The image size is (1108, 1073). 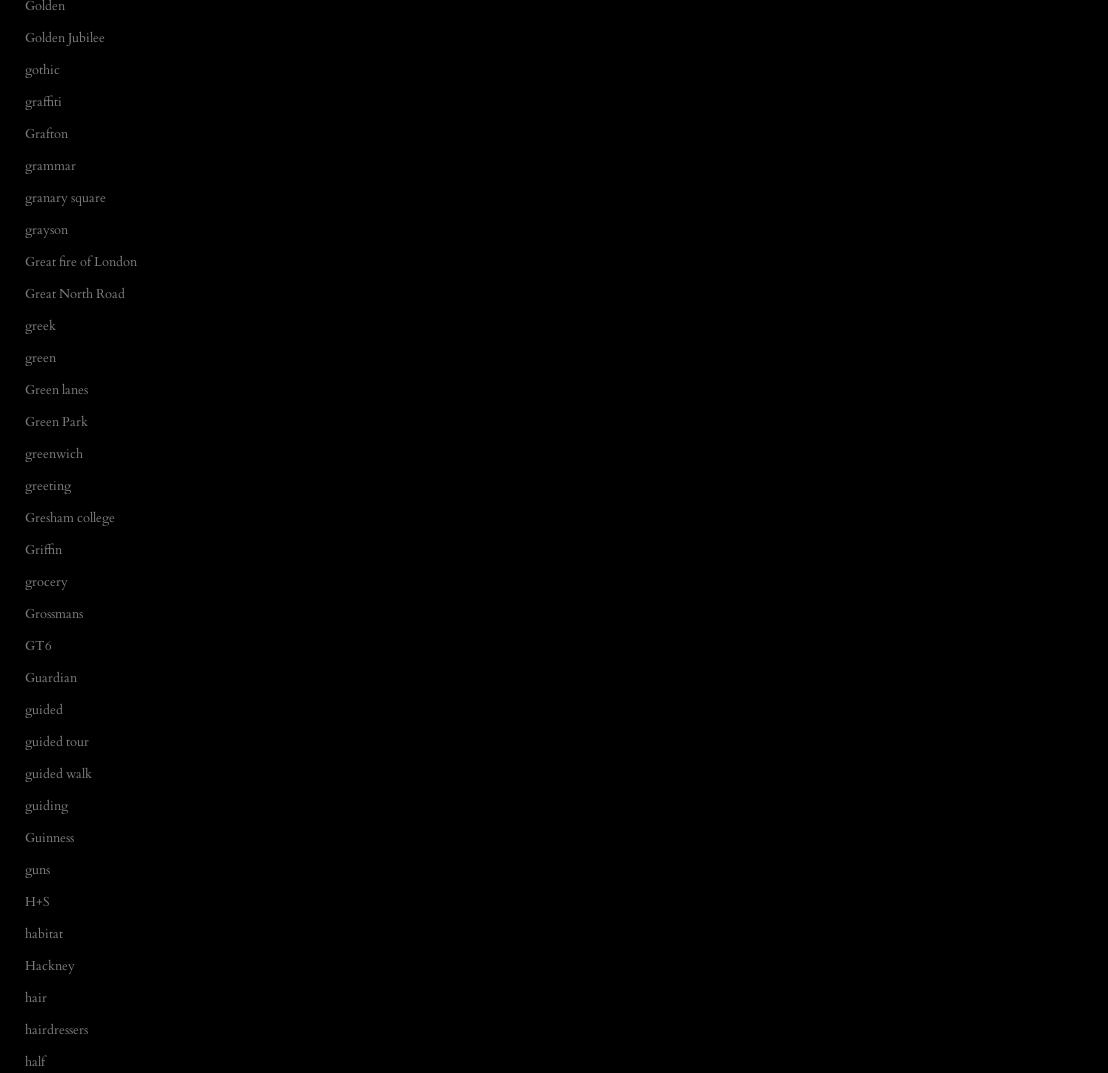 What do you see at coordinates (25, 387) in the screenshot?
I see `'Green lanes'` at bounding box center [25, 387].